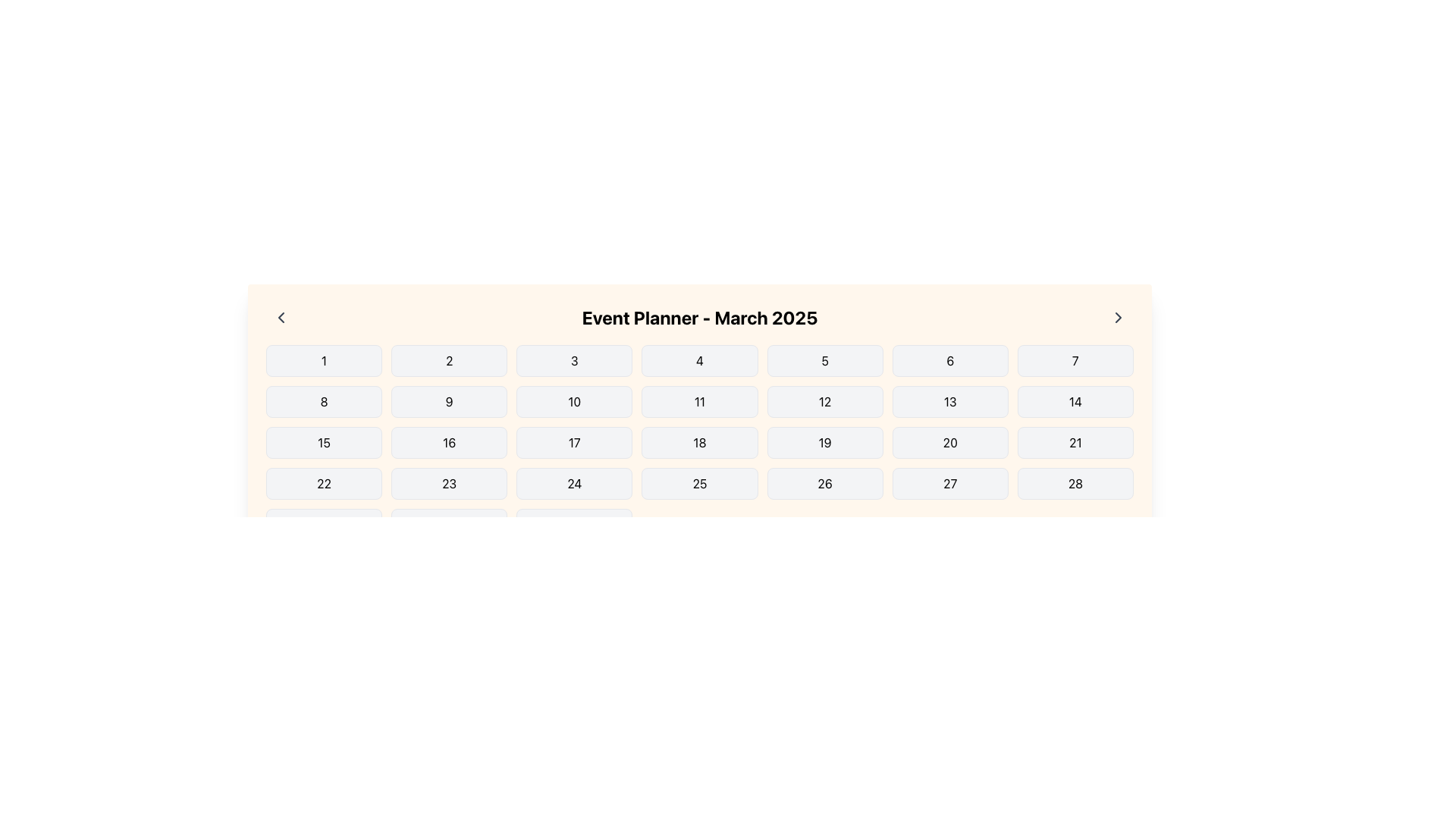  Describe the element at coordinates (281, 317) in the screenshot. I see `the left-facing chevron button in the top bar of the 'Event Planner - March 2025' section` at that location.